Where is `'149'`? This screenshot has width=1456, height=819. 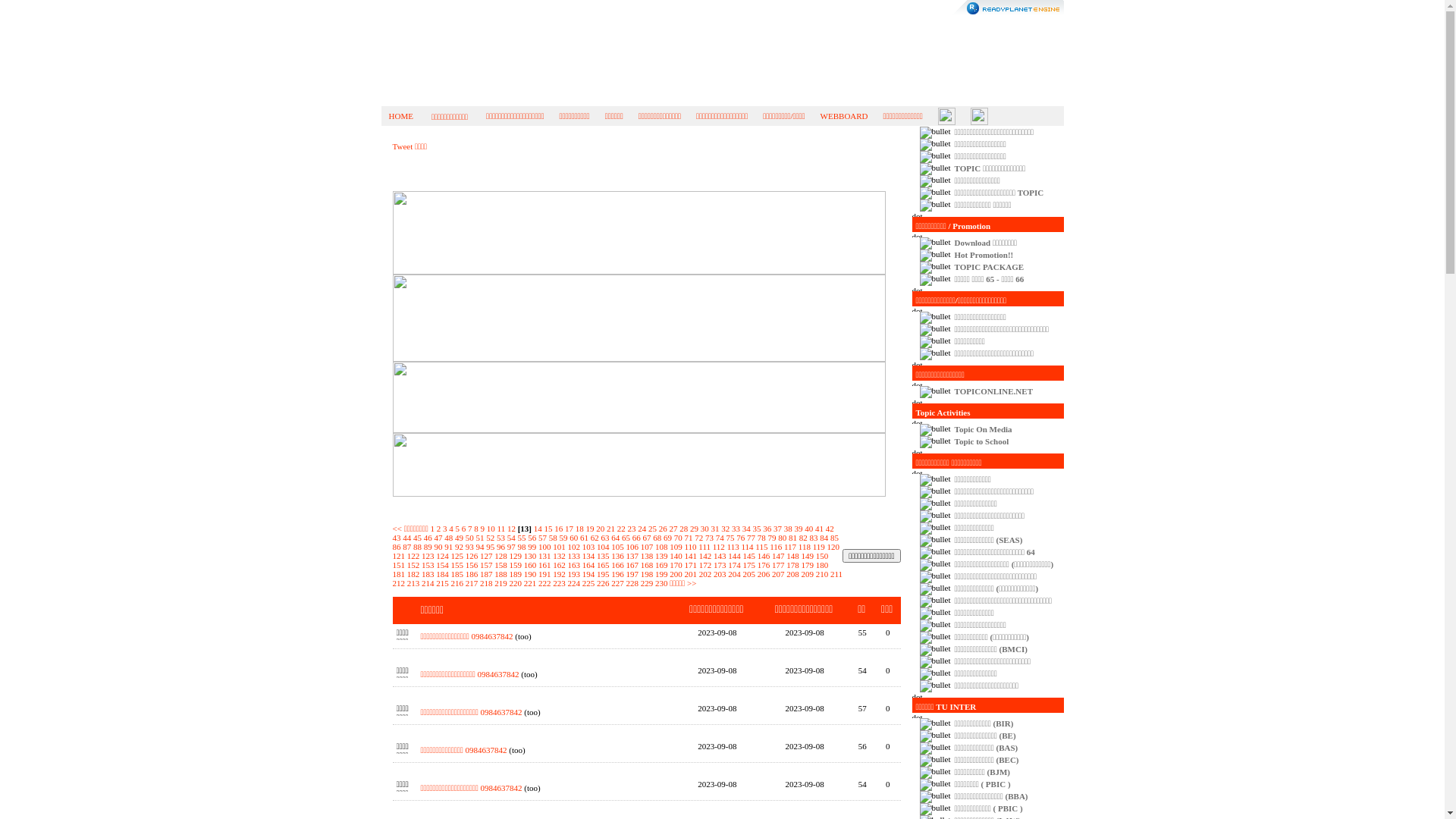
'149' is located at coordinates (806, 555).